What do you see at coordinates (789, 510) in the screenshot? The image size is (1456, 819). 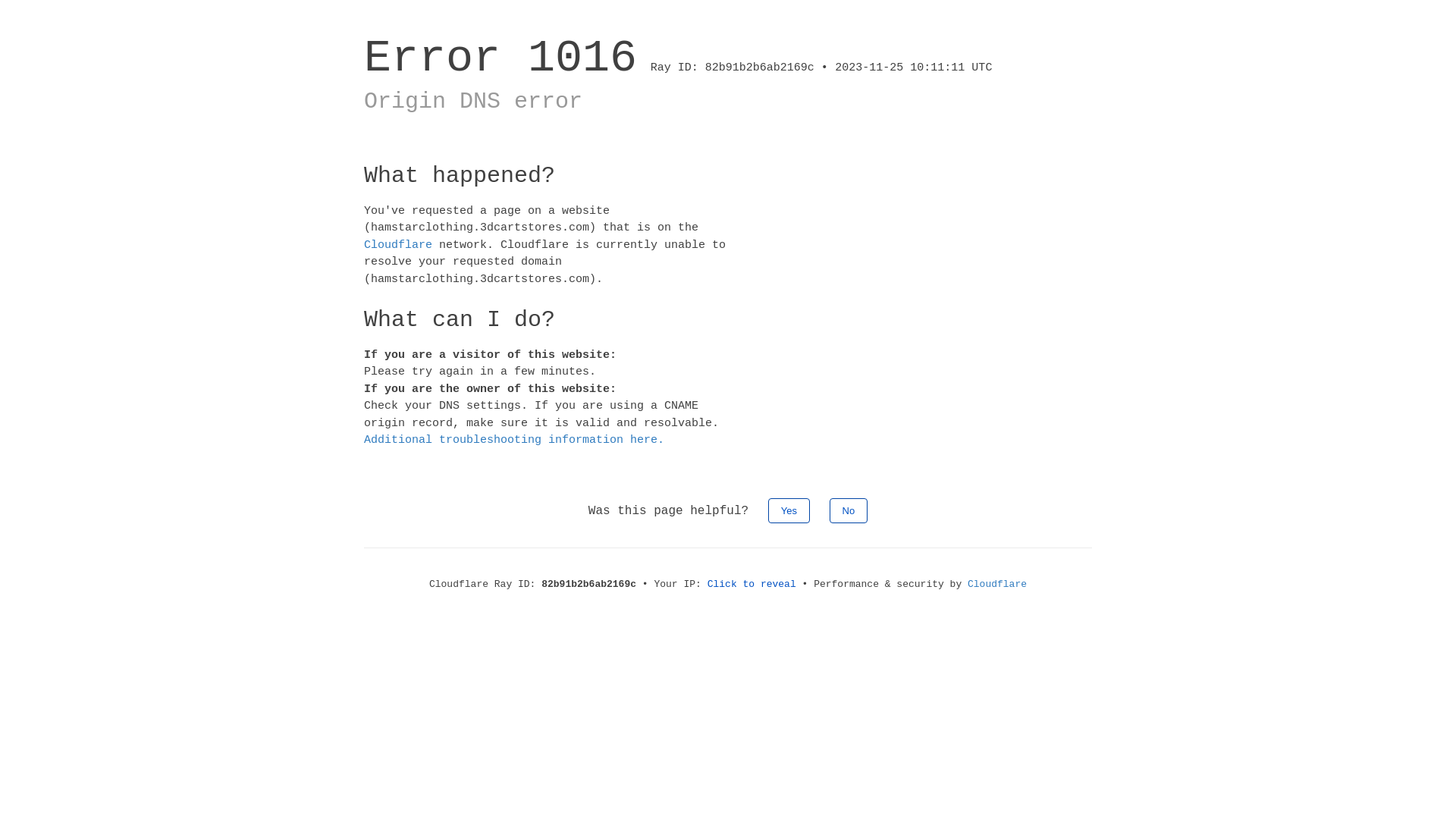 I see `'Yes'` at bounding box center [789, 510].